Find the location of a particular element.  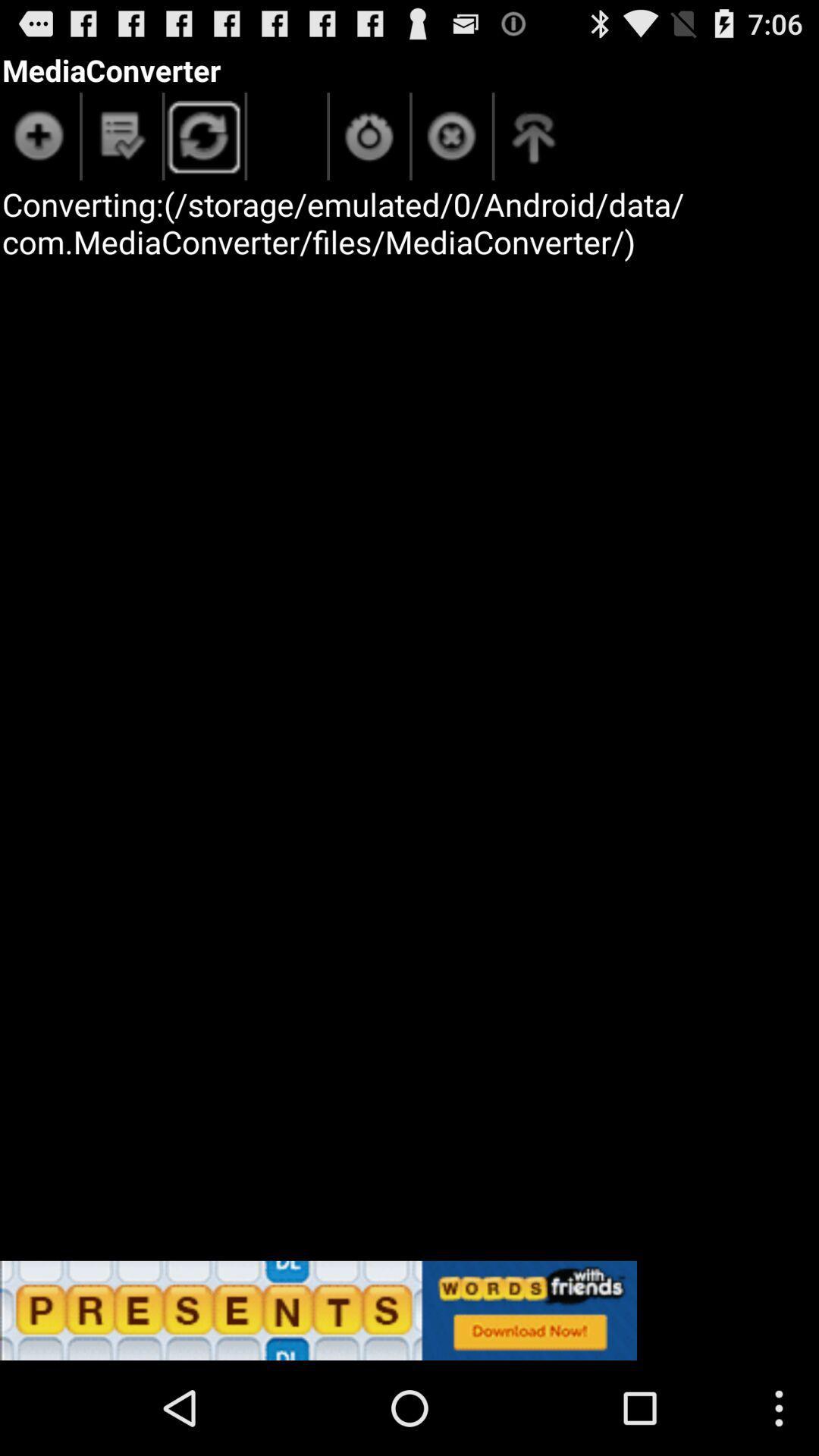

the refresh icon is located at coordinates (205, 150).